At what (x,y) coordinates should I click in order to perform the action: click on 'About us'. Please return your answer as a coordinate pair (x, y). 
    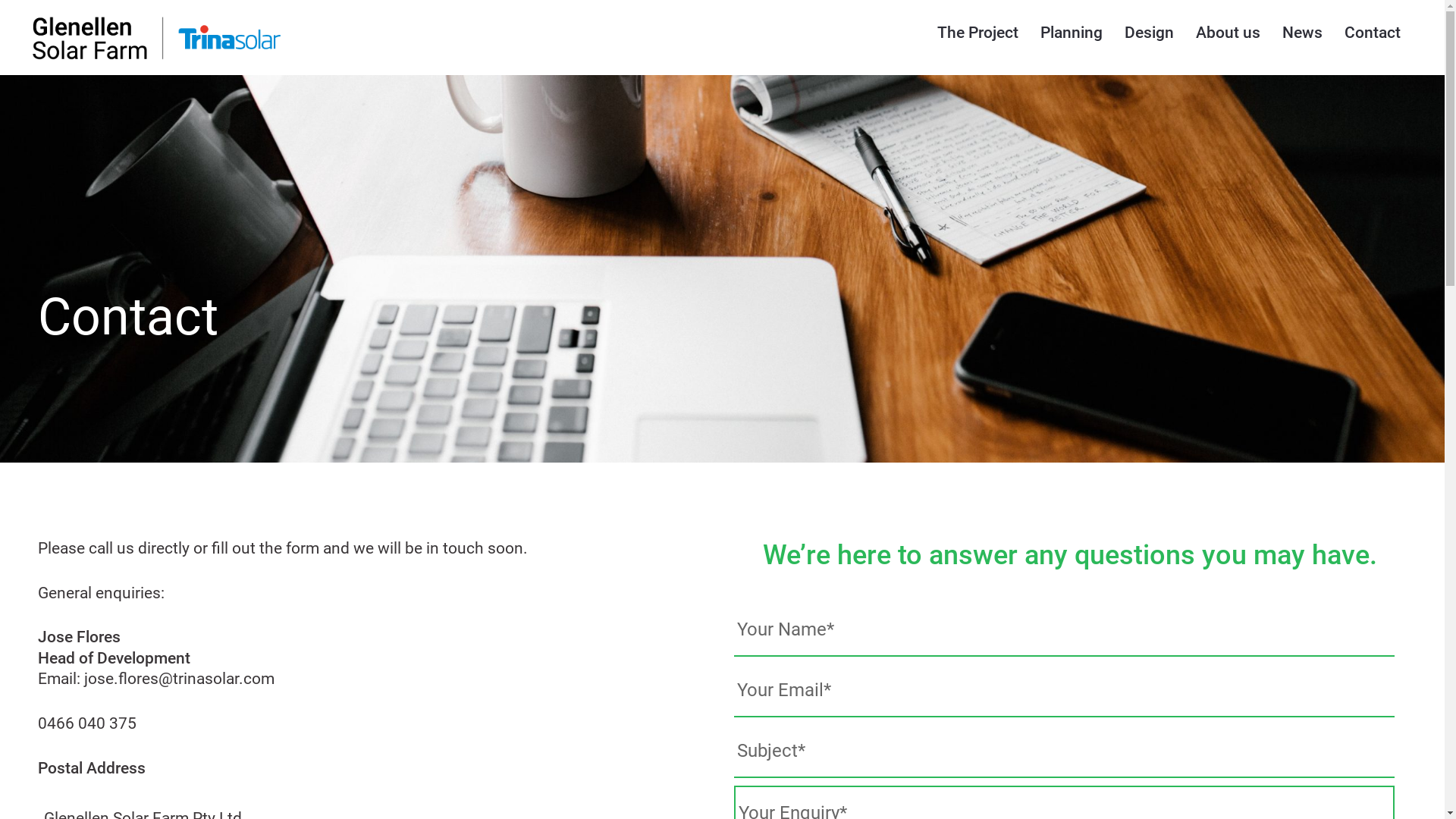
    Looking at the image, I should click on (1228, 32).